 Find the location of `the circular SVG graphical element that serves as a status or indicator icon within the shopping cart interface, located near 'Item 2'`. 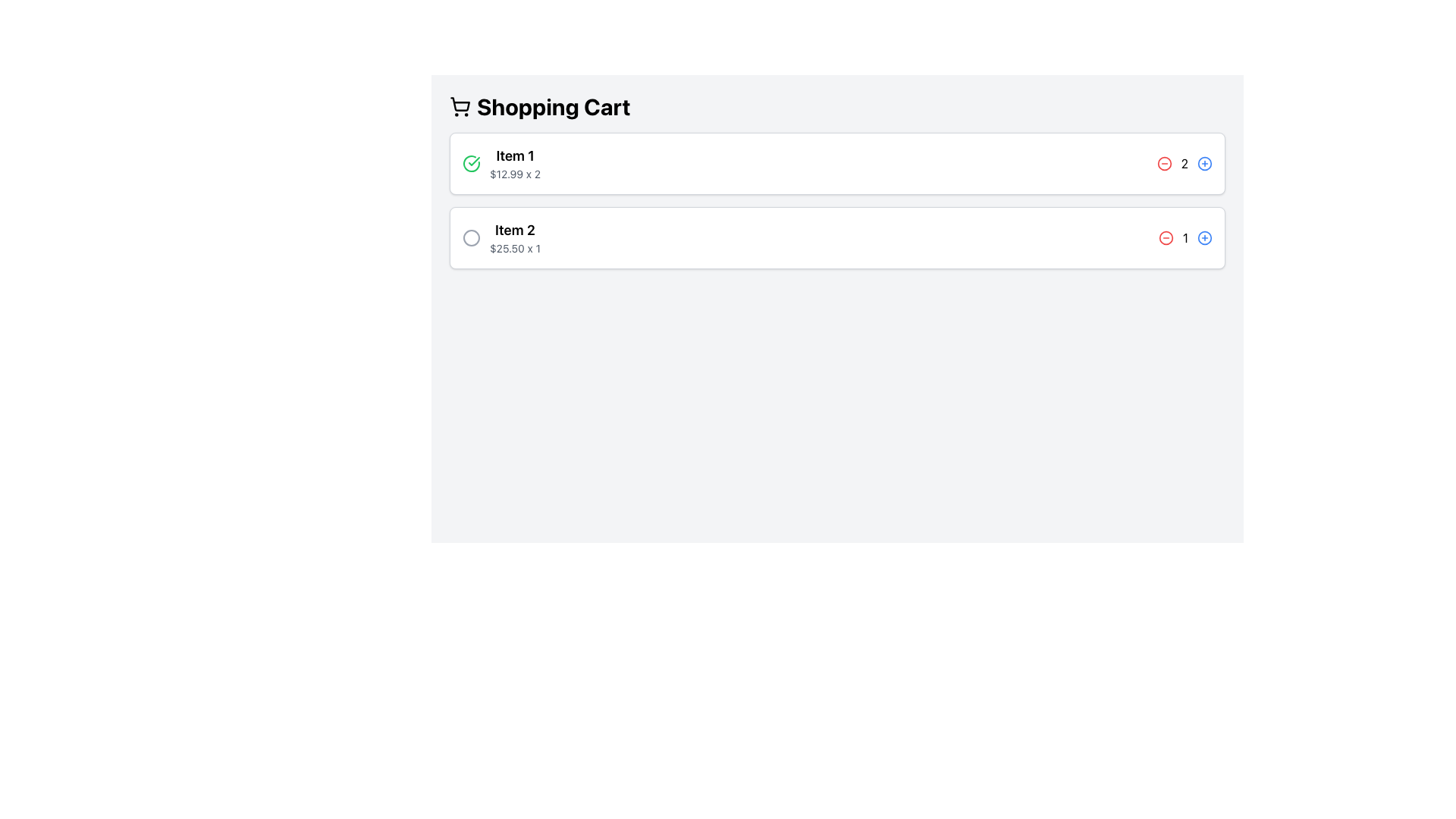

the circular SVG graphical element that serves as a status or indicator icon within the shopping cart interface, located near 'Item 2' is located at coordinates (471, 237).